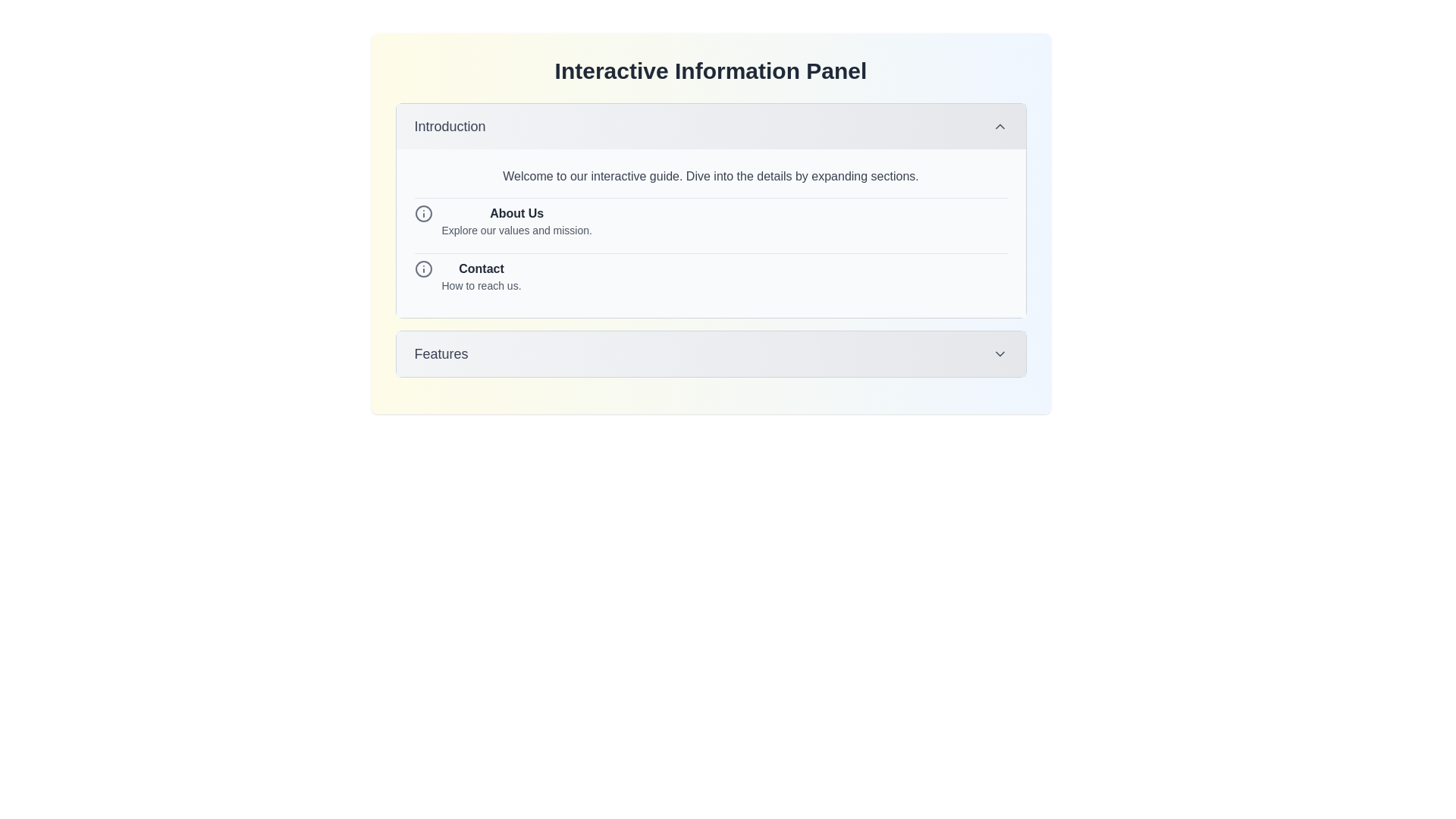 This screenshot has height=819, width=1456. Describe the element at coordinates (440, 353) in the screenshot. I see `the text label 'Features', which is styled in a medium-sized, gray, slightly bold font and is part of the Interactive Information Panel` at that location.